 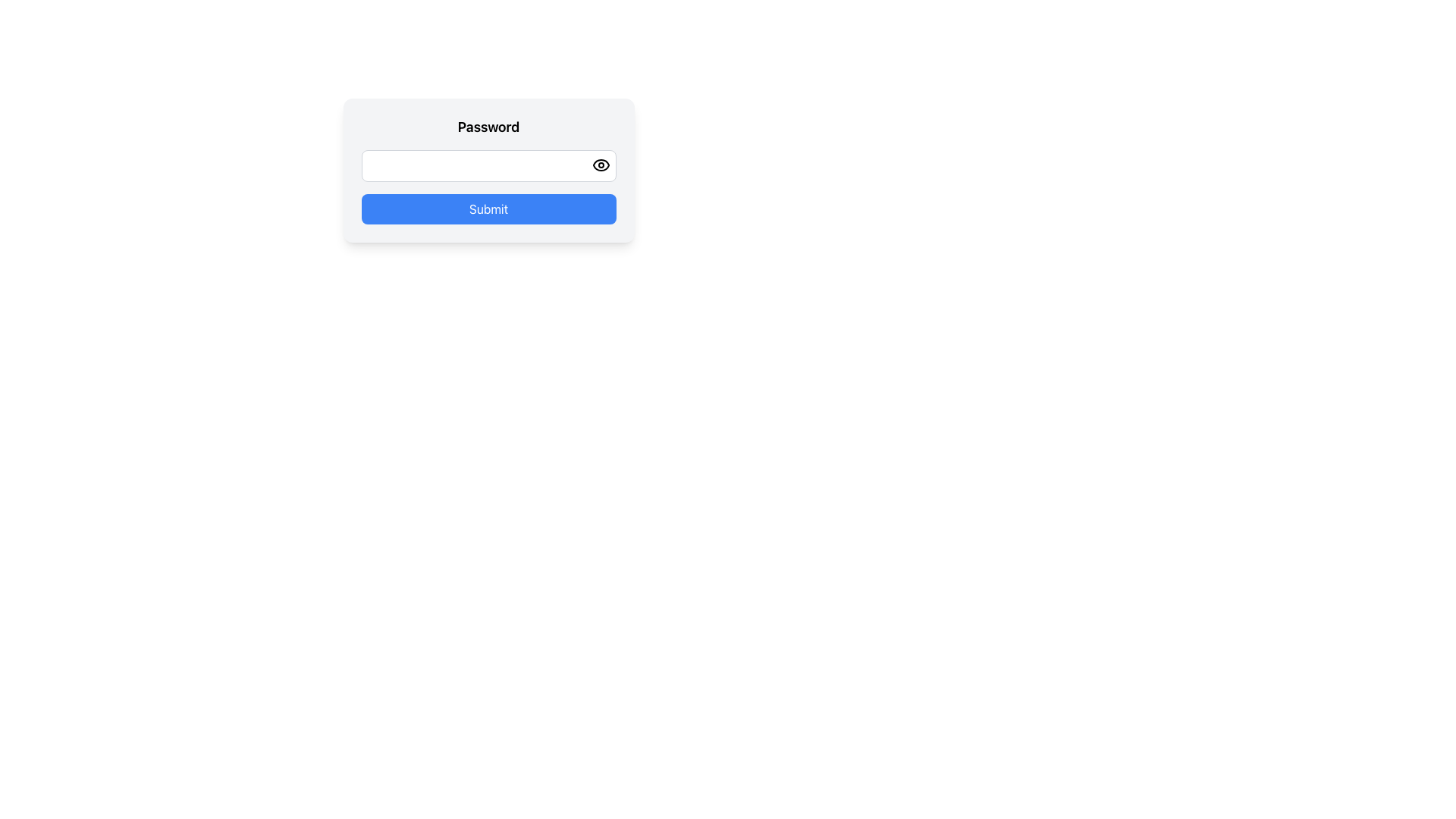 I want to click on the SVG eye icon component that toggles password visibility, so click(x=600, y=165).